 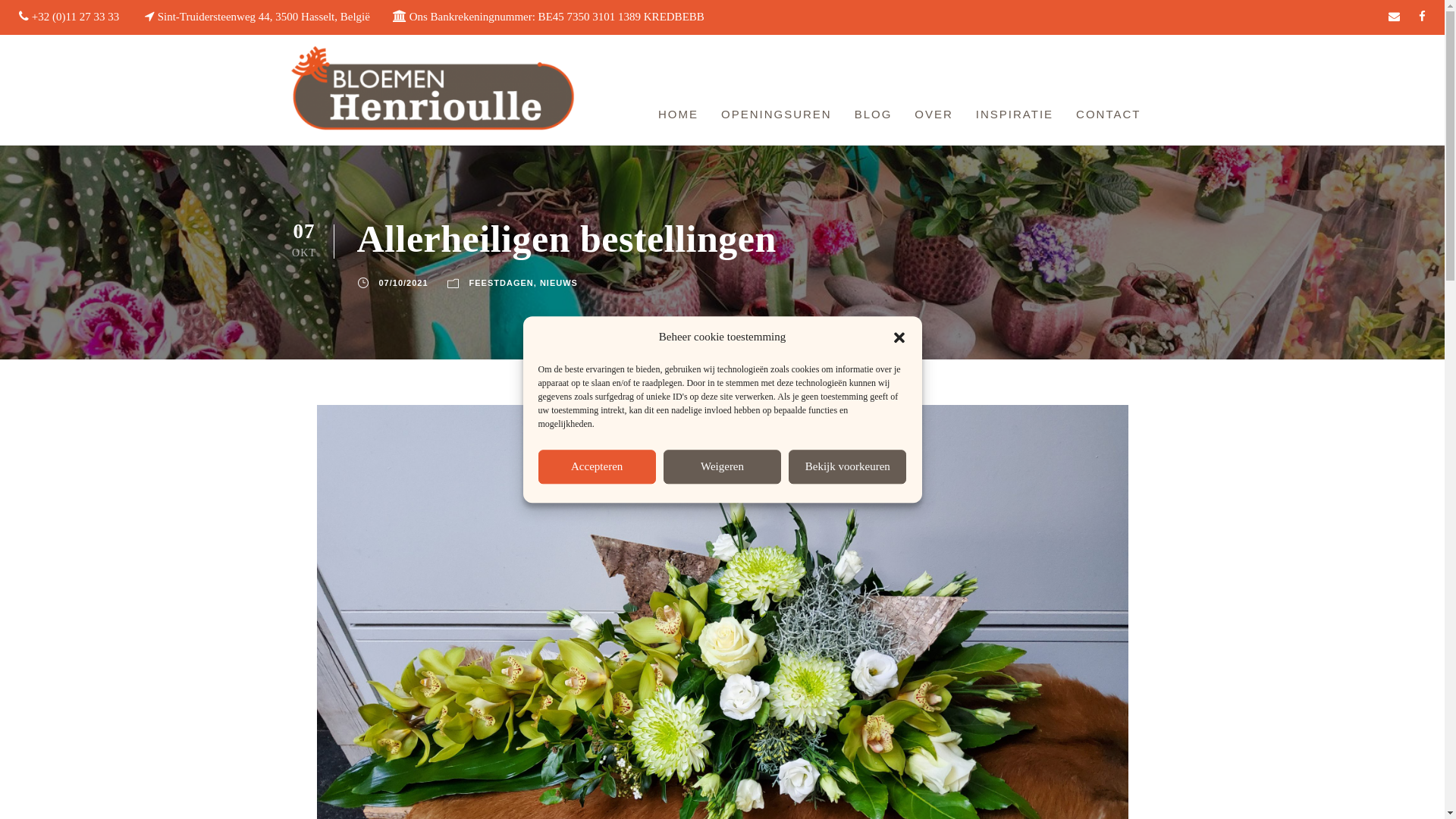 What do you see at coordinates (1418, 17) in the screenshot?
I see `'facebook'` at bounding box center [1418, 17].